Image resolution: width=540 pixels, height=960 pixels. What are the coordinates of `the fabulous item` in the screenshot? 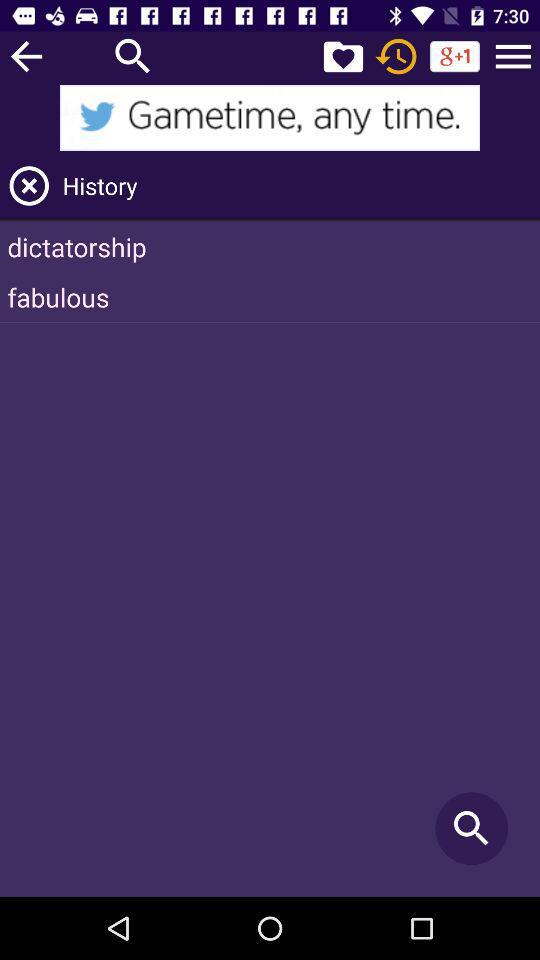 It's located at (270, 296).